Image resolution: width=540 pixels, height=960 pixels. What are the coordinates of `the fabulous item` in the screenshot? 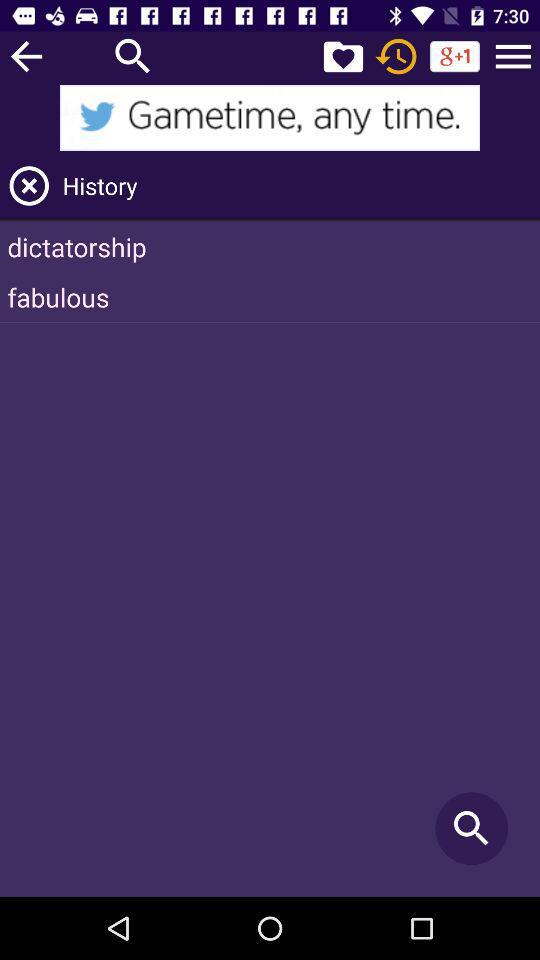 It's located at (270, 296).